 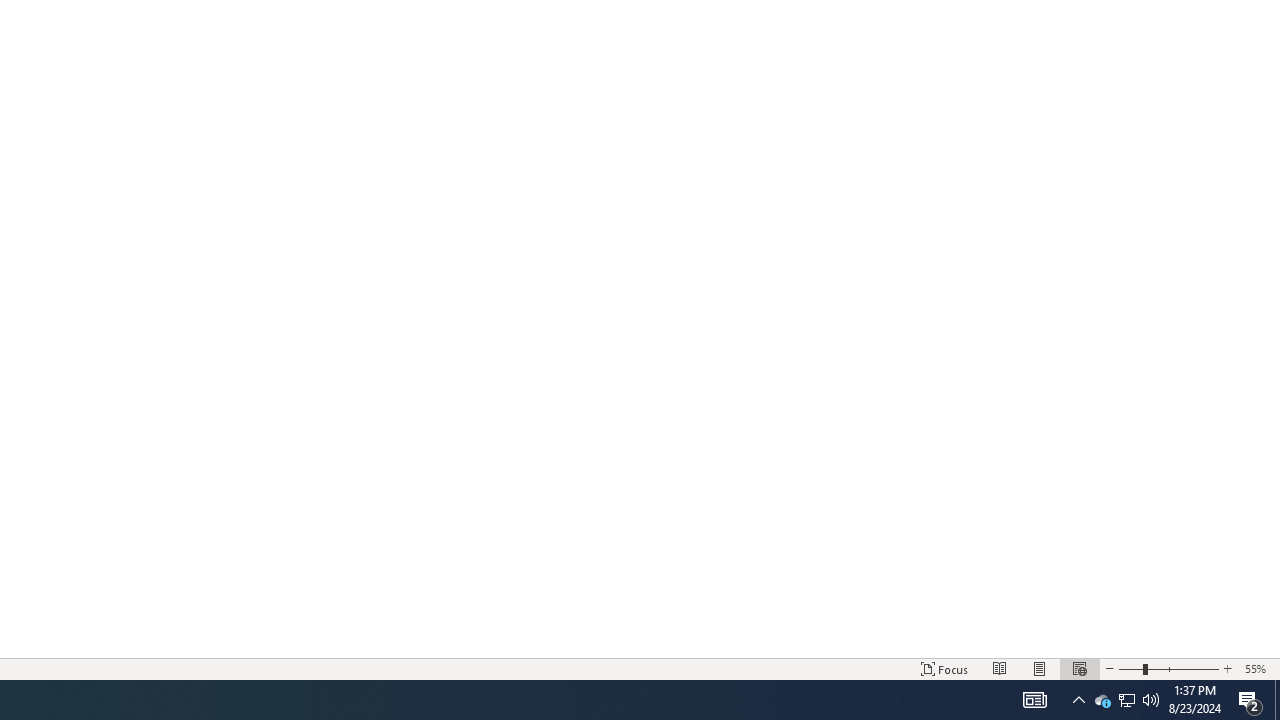 What do you see at coordinates (1168, 669) in the screenshot?
I see `'Zoom'` at bounding box center [1168, 669].